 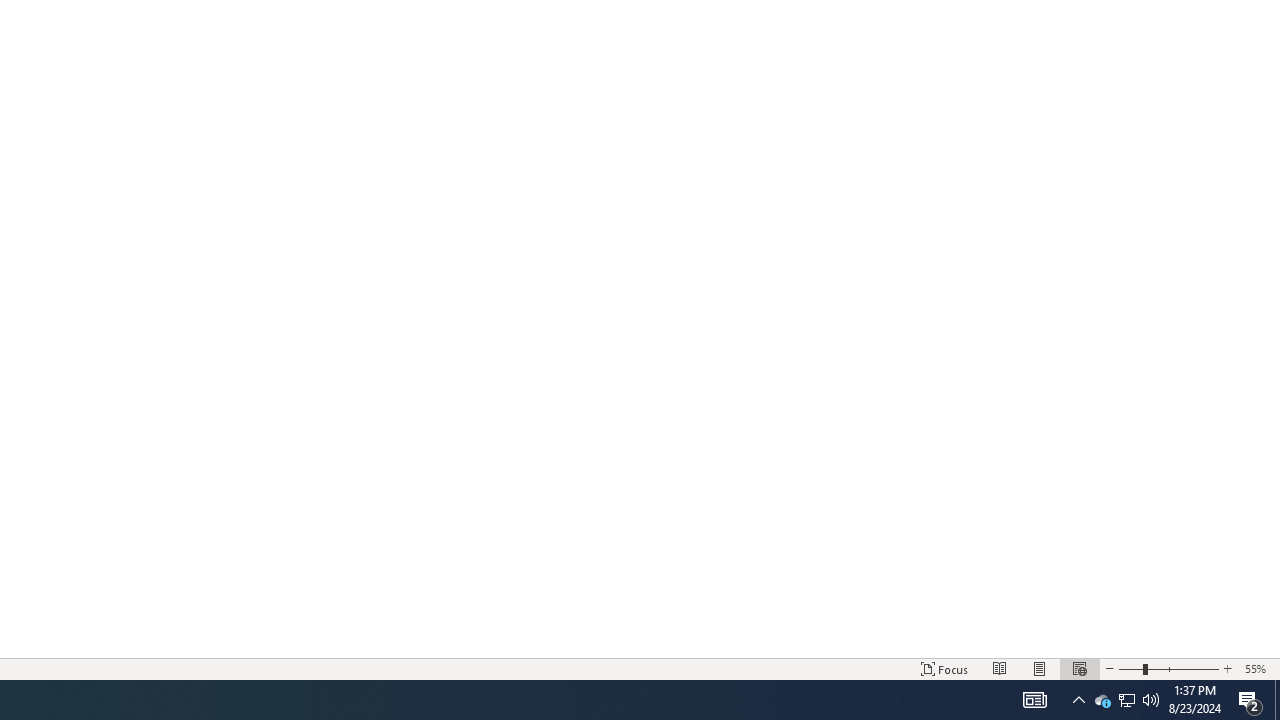 What do you see at coordinates (1168, 669) in the screenshot?
I see `'Zoom'` at bounding box center [1168, 669].